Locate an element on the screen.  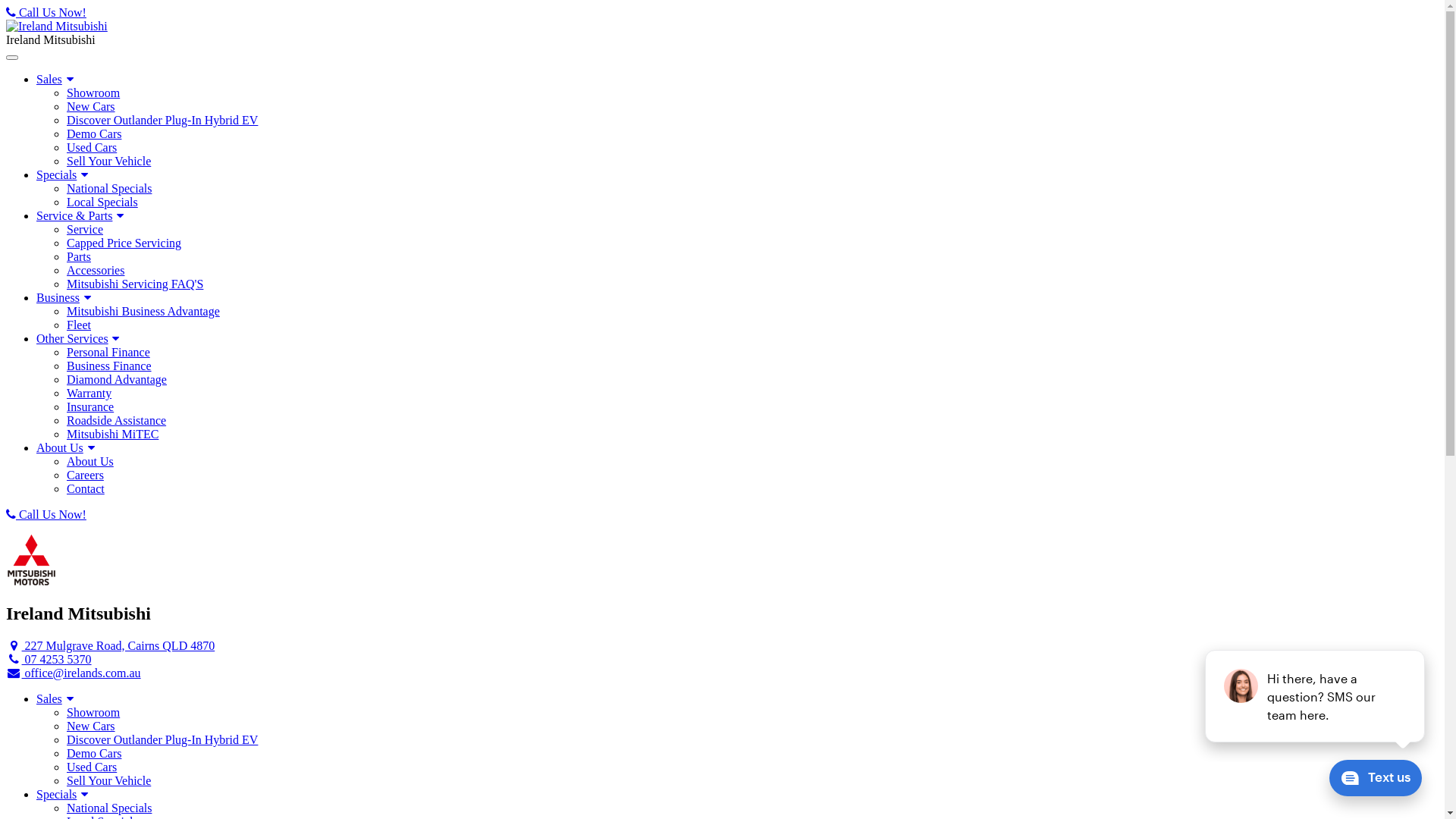
'Service' is located at coordinates (65, 230).